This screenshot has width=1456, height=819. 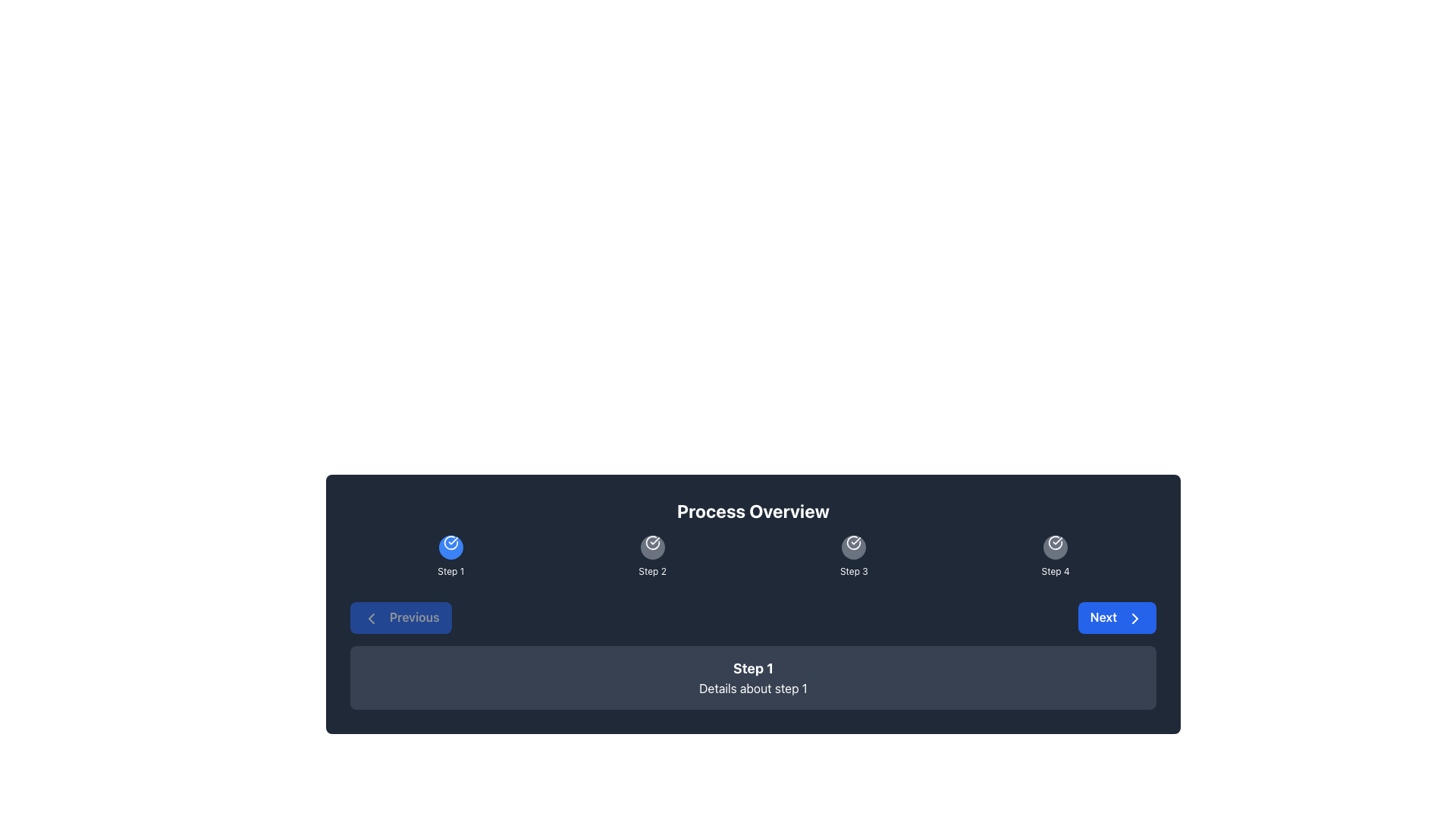 What do you see at coordinates (400, 617) in the screenshot?
I see `the 'Previous' button located on the bottom-left side of the navigation bar, which is used for moving to the previous step in a multi-step process` at bounding box center [400, 617].